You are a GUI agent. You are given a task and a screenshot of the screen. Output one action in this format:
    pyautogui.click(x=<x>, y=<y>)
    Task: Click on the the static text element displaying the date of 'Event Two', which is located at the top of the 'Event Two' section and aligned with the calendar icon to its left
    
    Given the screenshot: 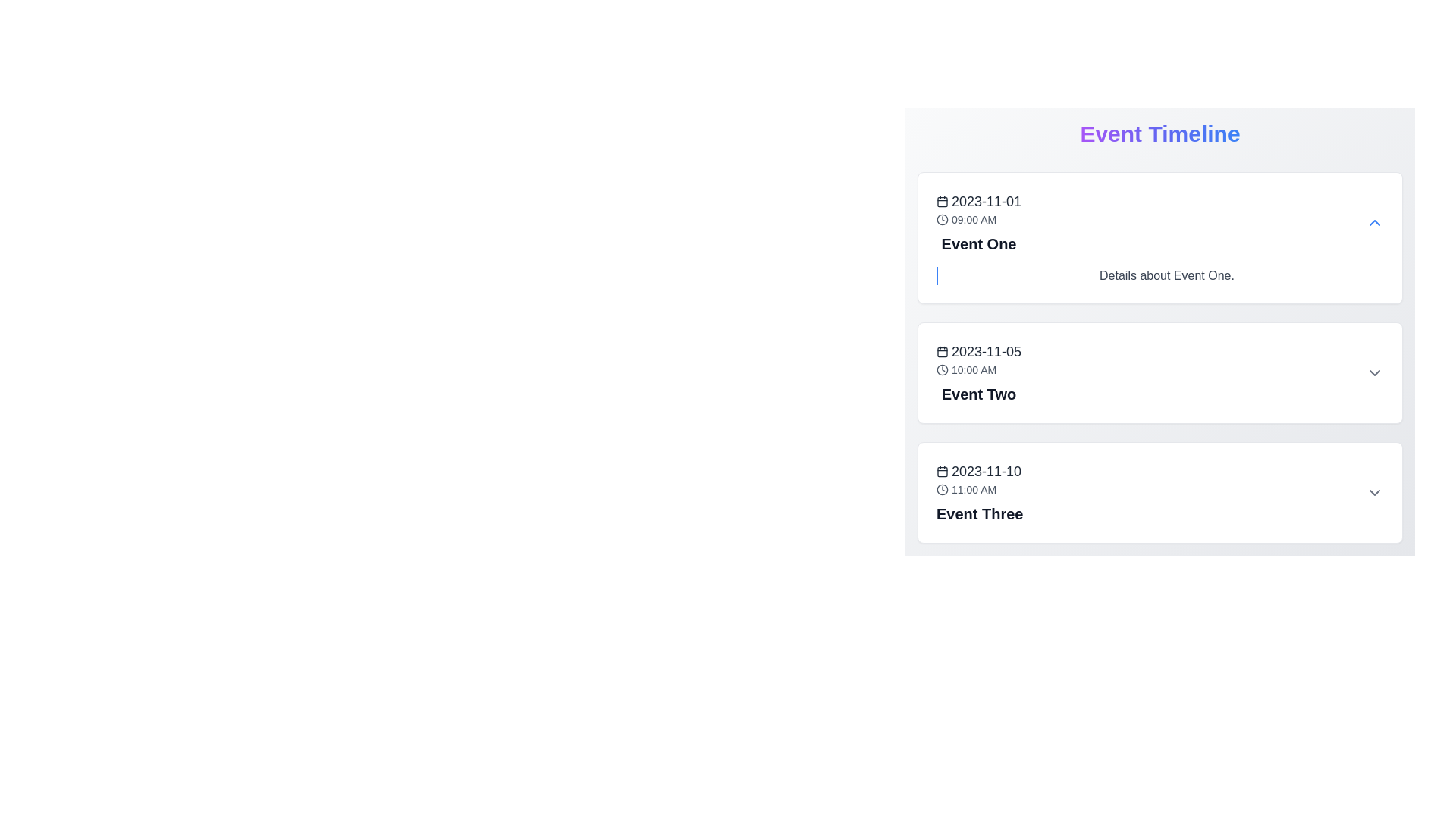 What is the action you would take?
    pyautogui.click(x=979, y=351)
    